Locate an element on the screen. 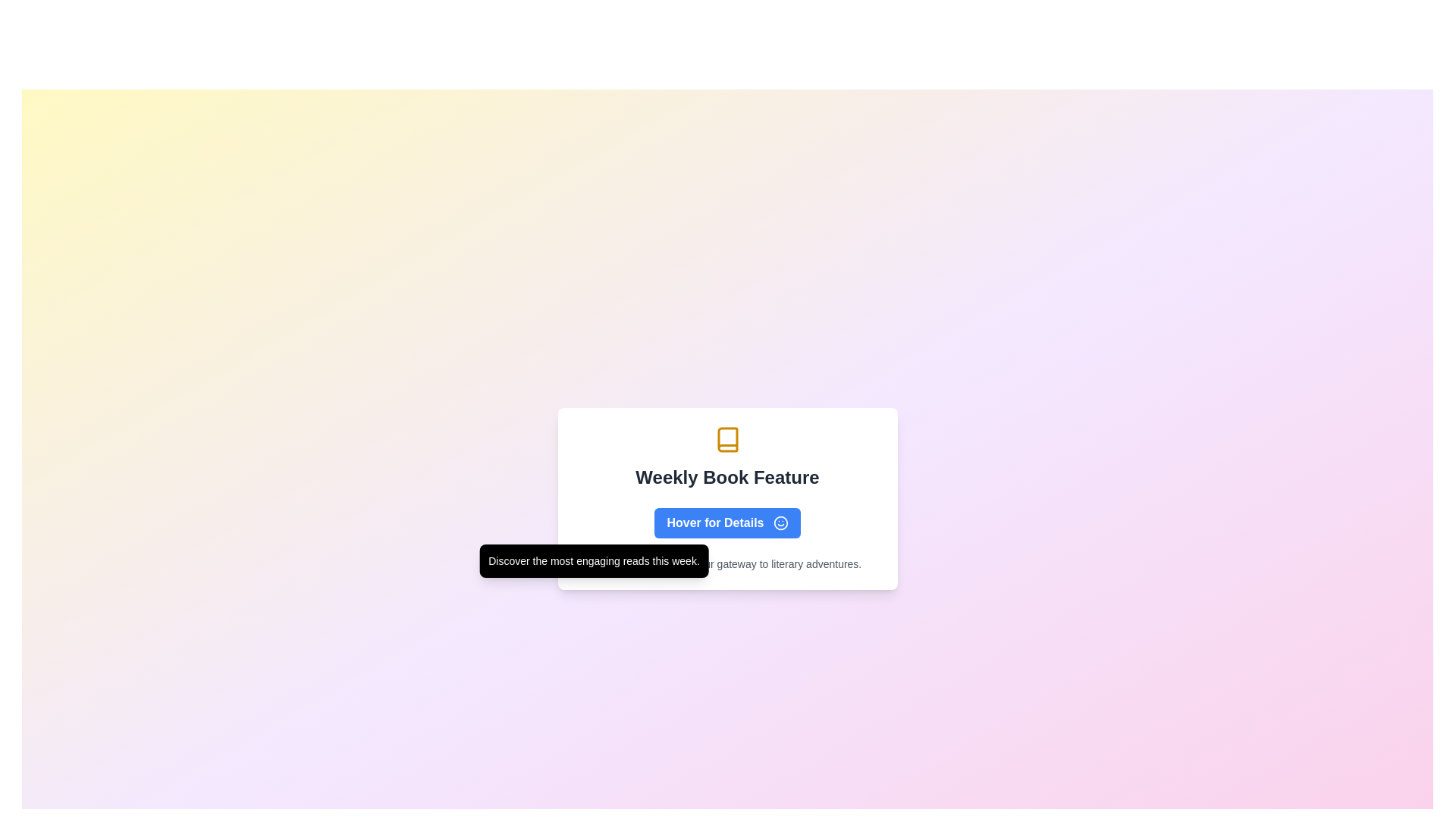 The image size is (1456, 819). the 'Weekly Book Feature' text with the accompanying yellow book icon, which is located in a white panel above the 'Hover for Details' button is located at coordinates (726, 457).